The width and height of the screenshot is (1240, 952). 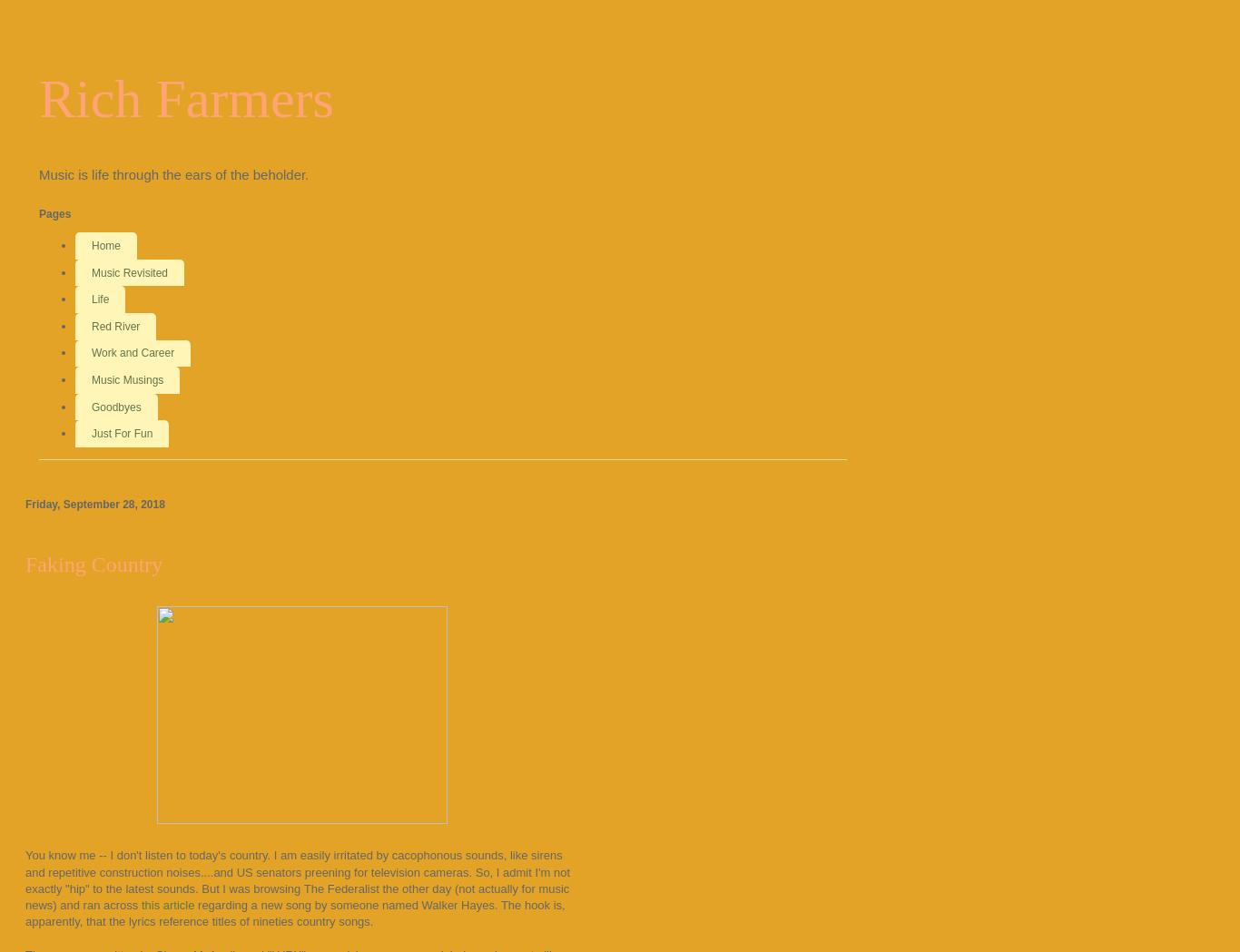 What do you see at coordinates (93, 564) in the screenshot?
I see `'Faking Country'` at bounding box center [93, 564].